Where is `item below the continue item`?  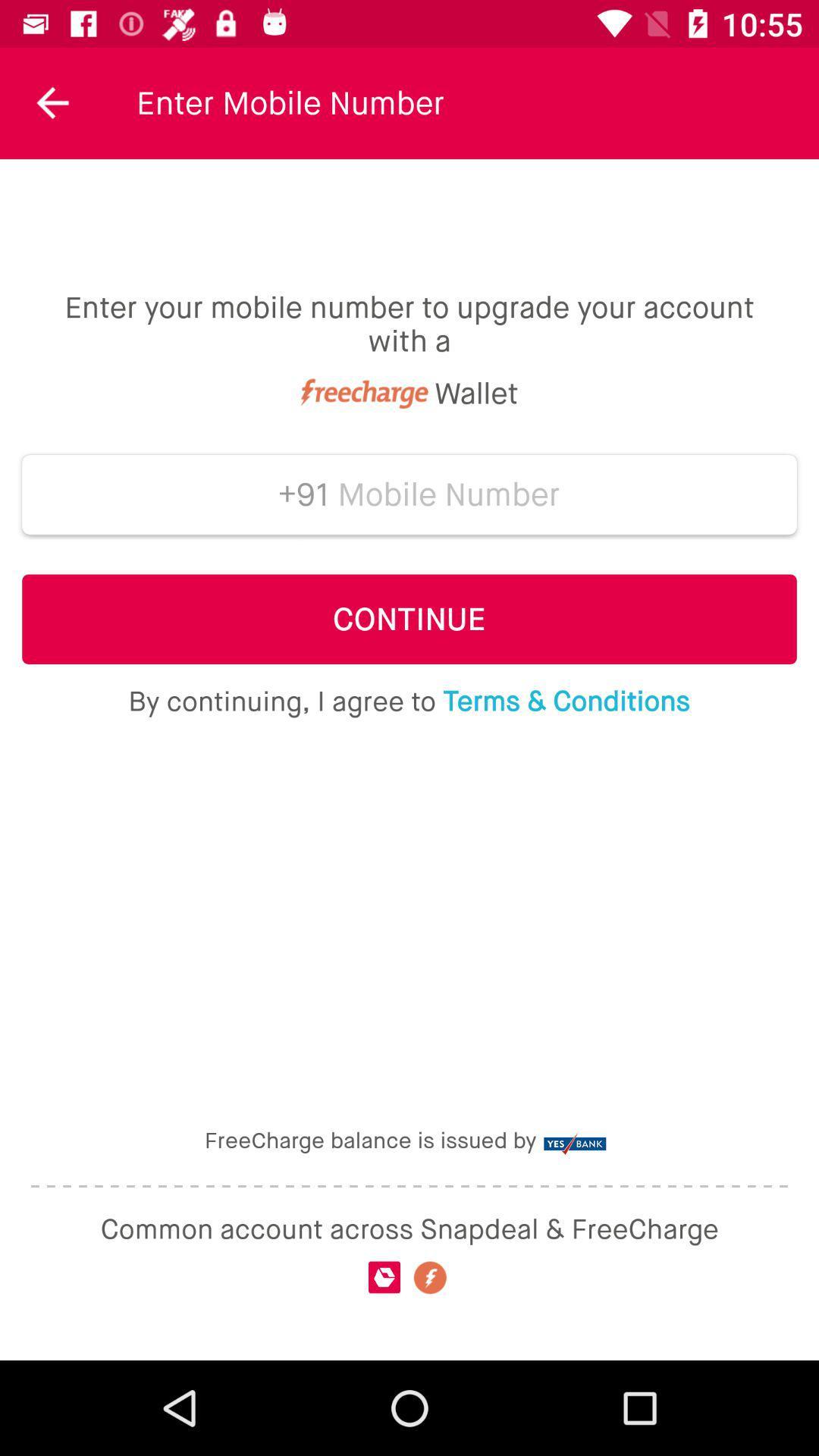 item below the continue item is located at coordinates (408, 701).